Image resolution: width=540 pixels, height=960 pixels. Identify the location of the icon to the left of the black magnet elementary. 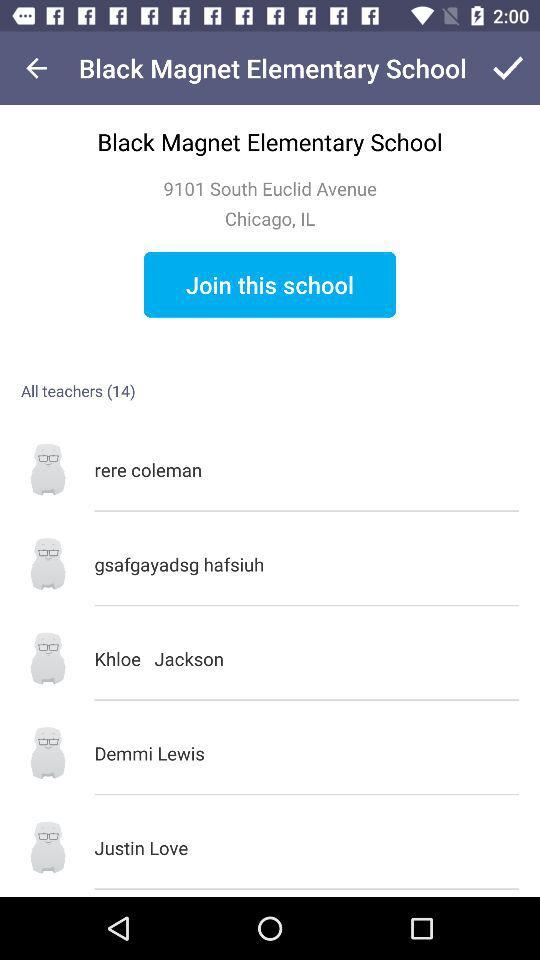
(36, 68).